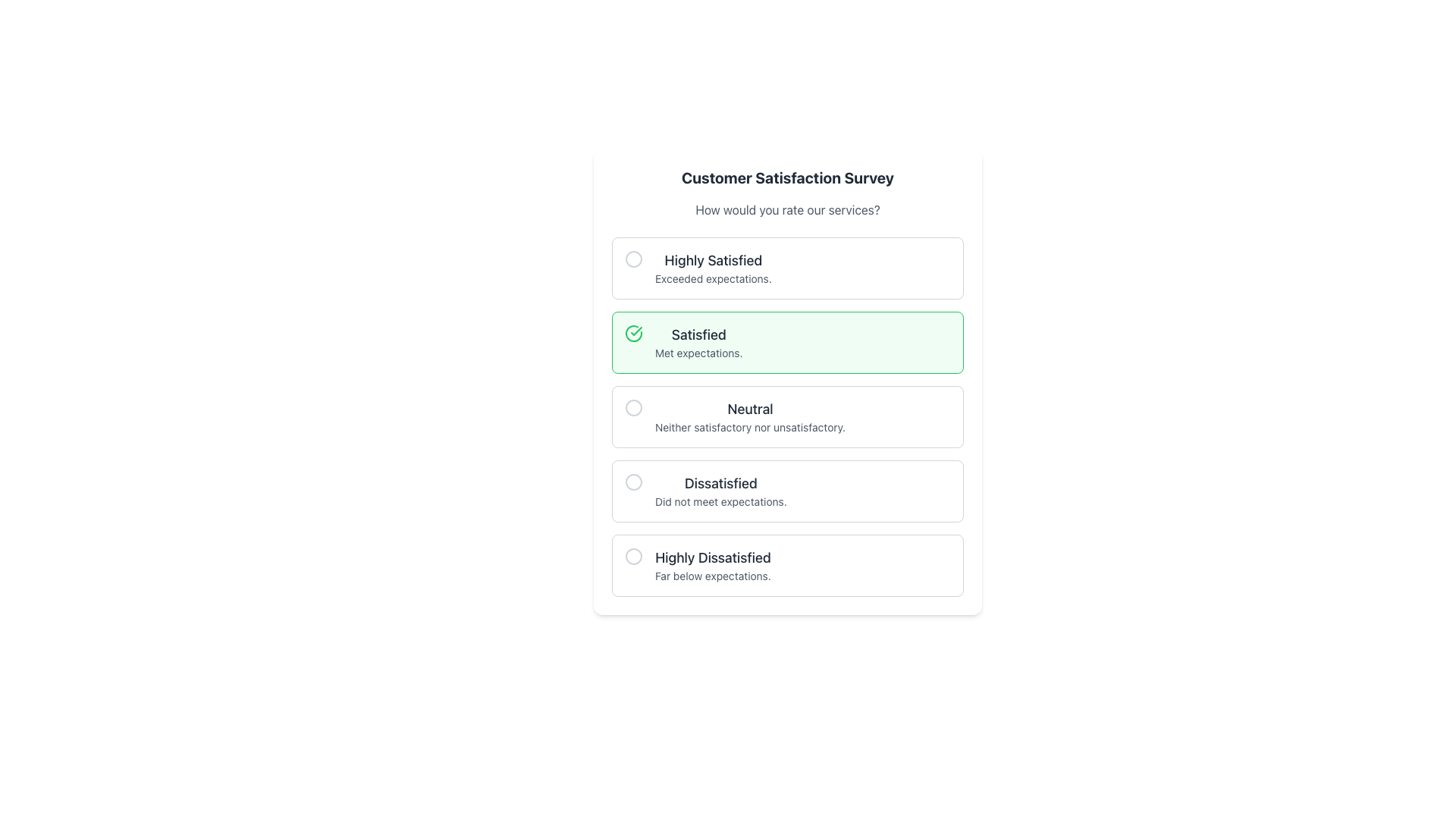  Describe the element at coordinates (787, 210) in the screenshot. I see `the text block displaying the message 'How would you rate our services?' which is located in the survey form beneath the heading 'Customer Satisfaction Survey'` at that location.